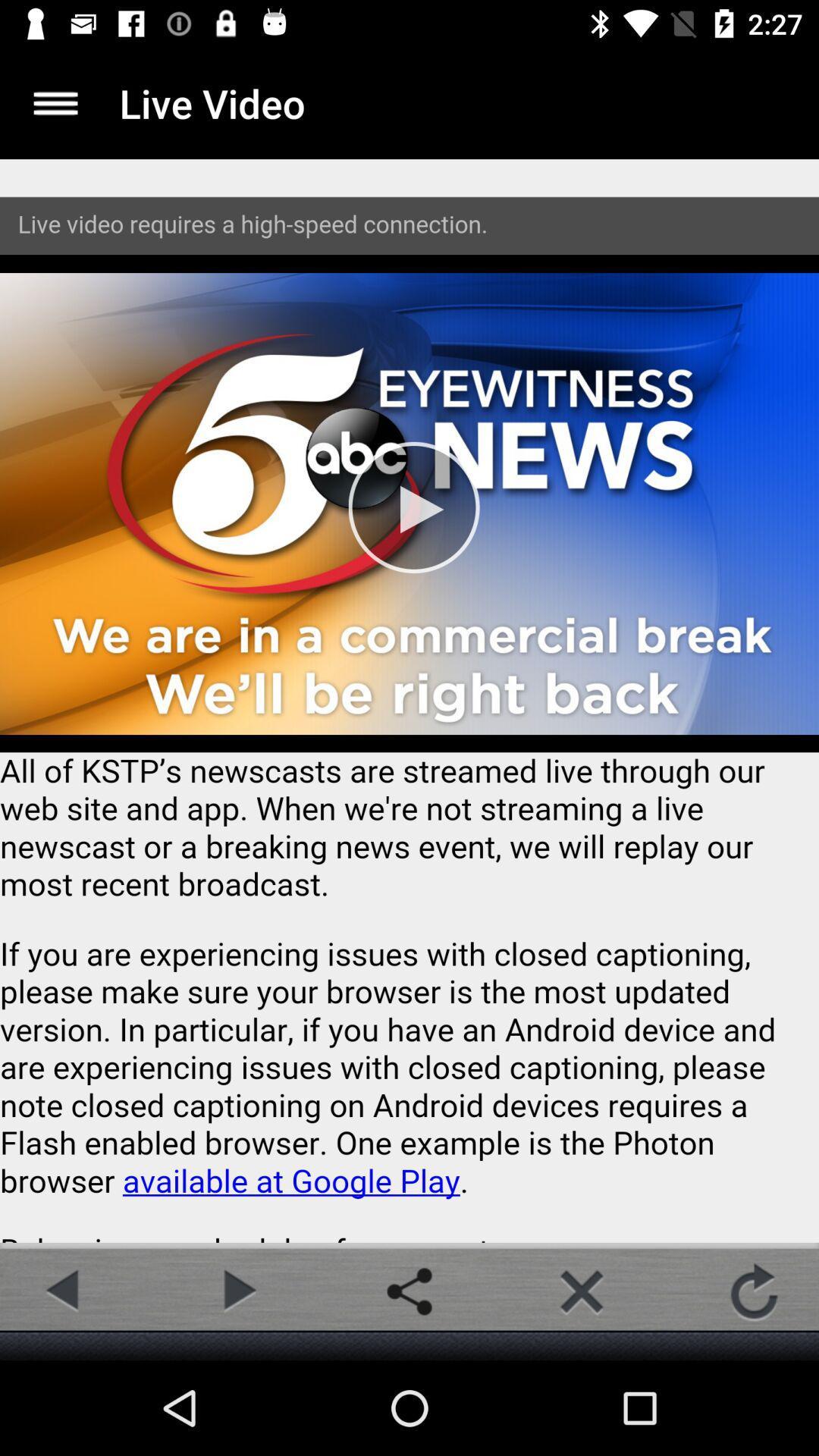 This screenshot has height=1456, width=819. I want to click on customize, so click(55, 102).